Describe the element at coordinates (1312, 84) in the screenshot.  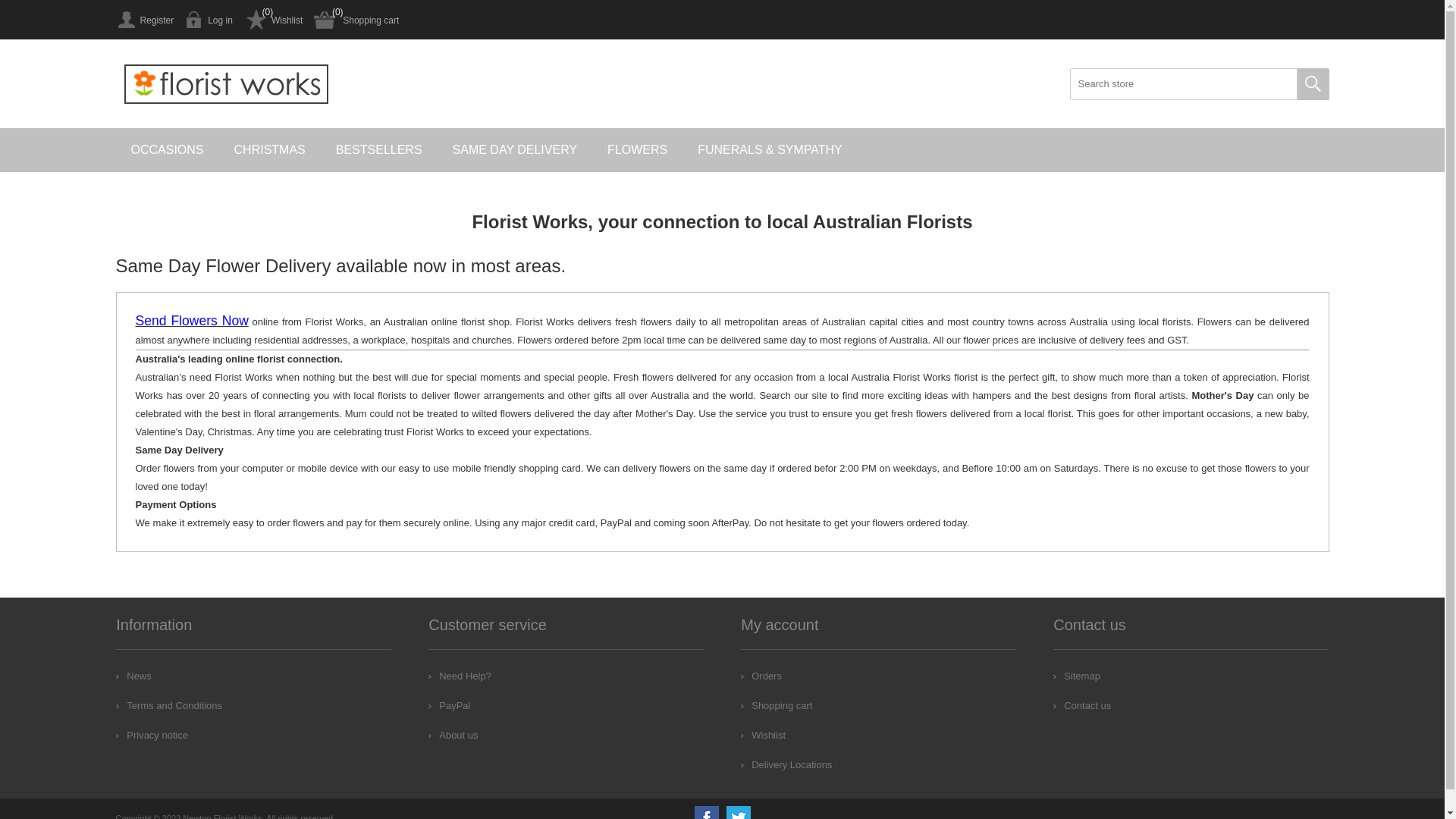
I see `'Search'` at that location.